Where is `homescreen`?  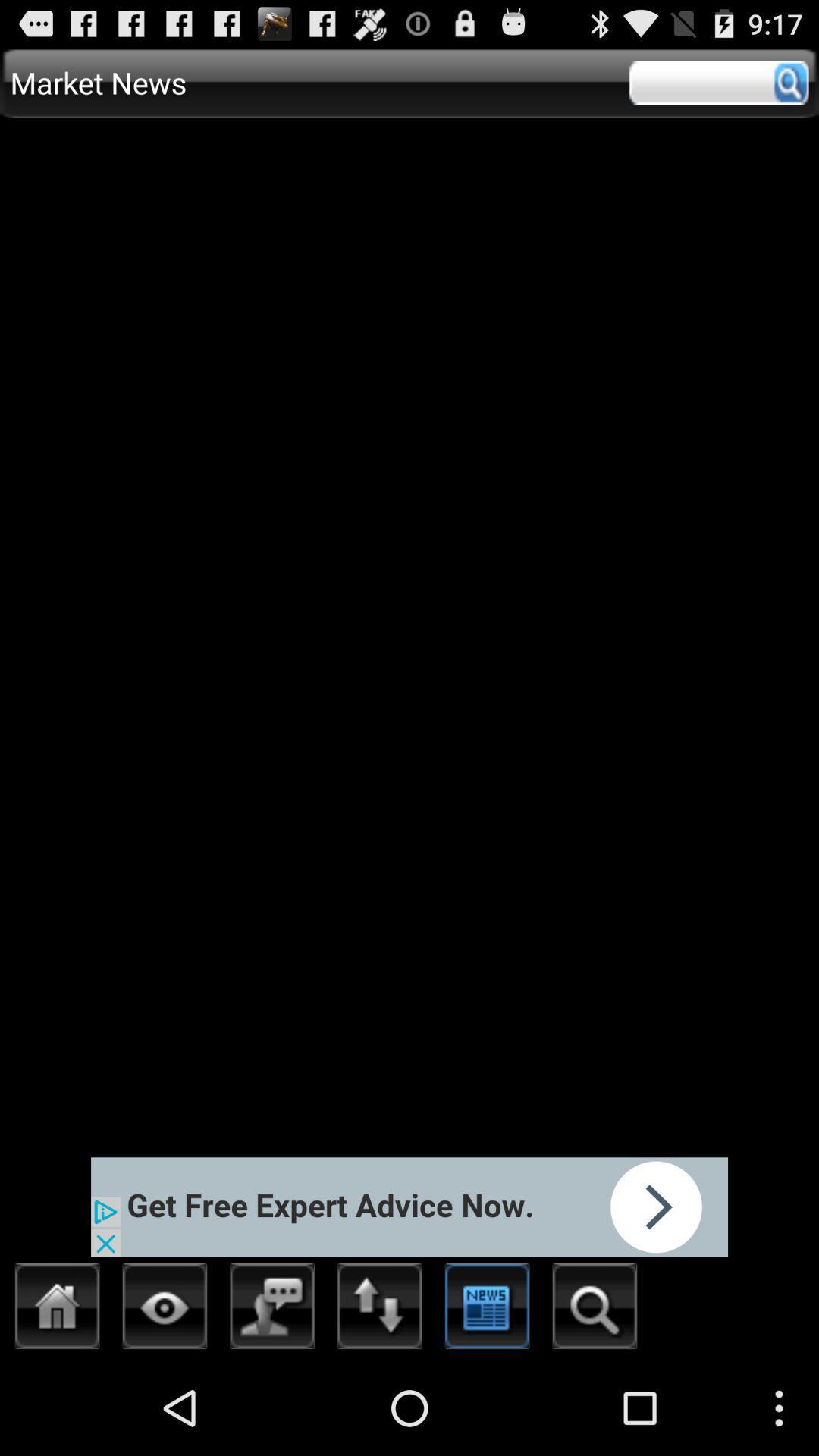 homescreen is located at coordinates (57, 1310).